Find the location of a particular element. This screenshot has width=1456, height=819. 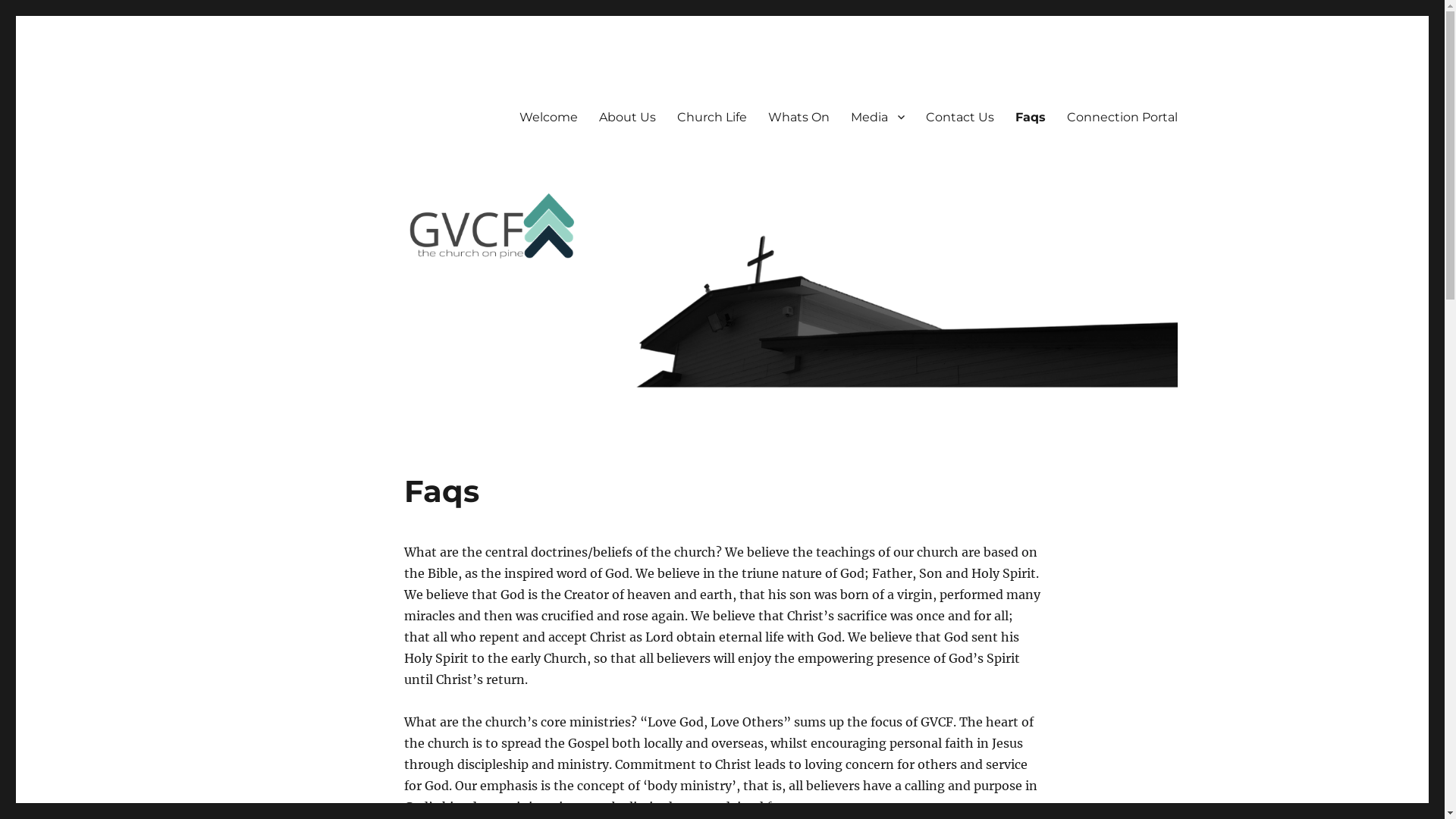

'Whats On' is located at coordinates (757, 116).